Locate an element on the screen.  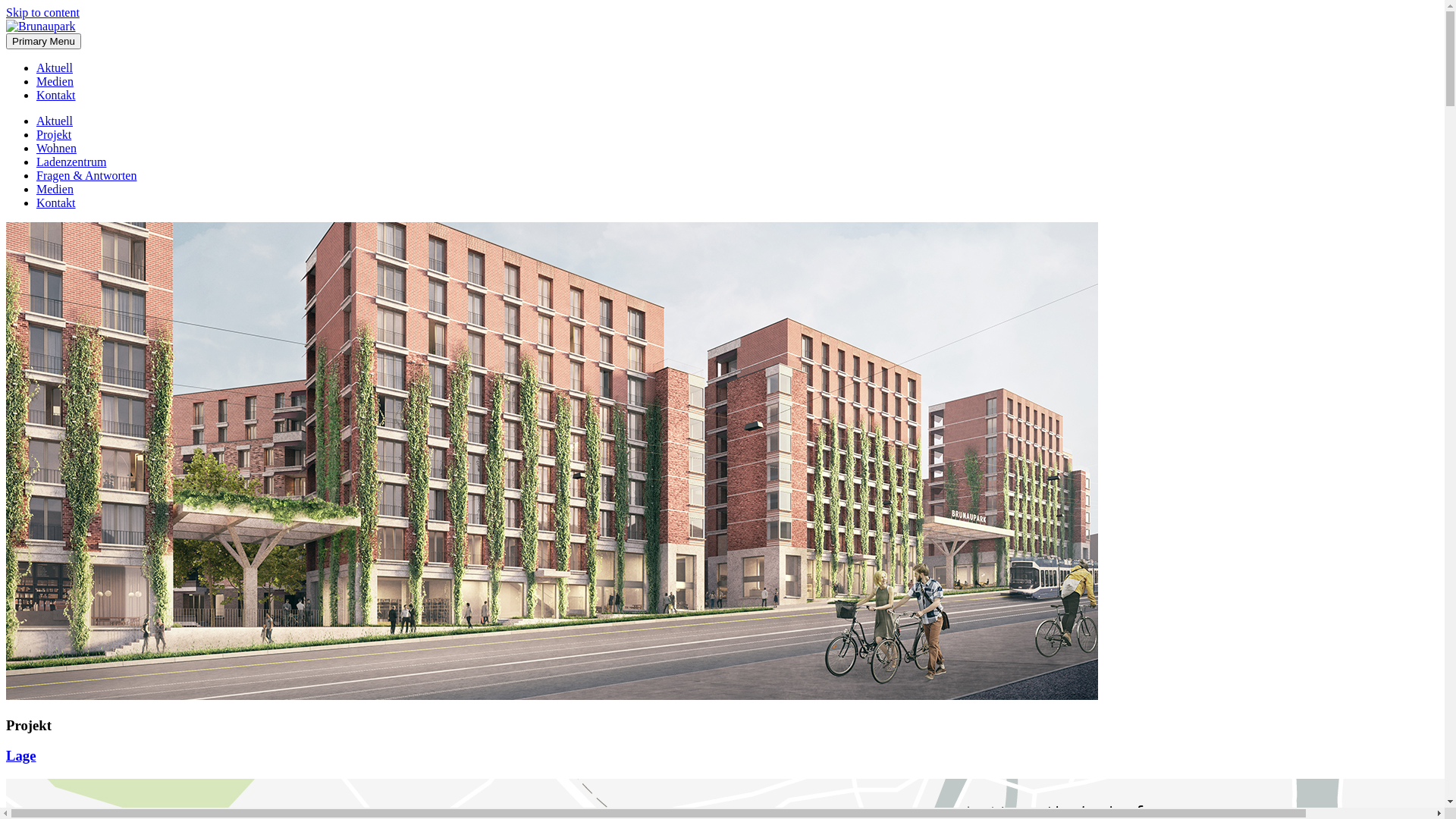
'Primary Menu' is located at coordinates (43, 40).